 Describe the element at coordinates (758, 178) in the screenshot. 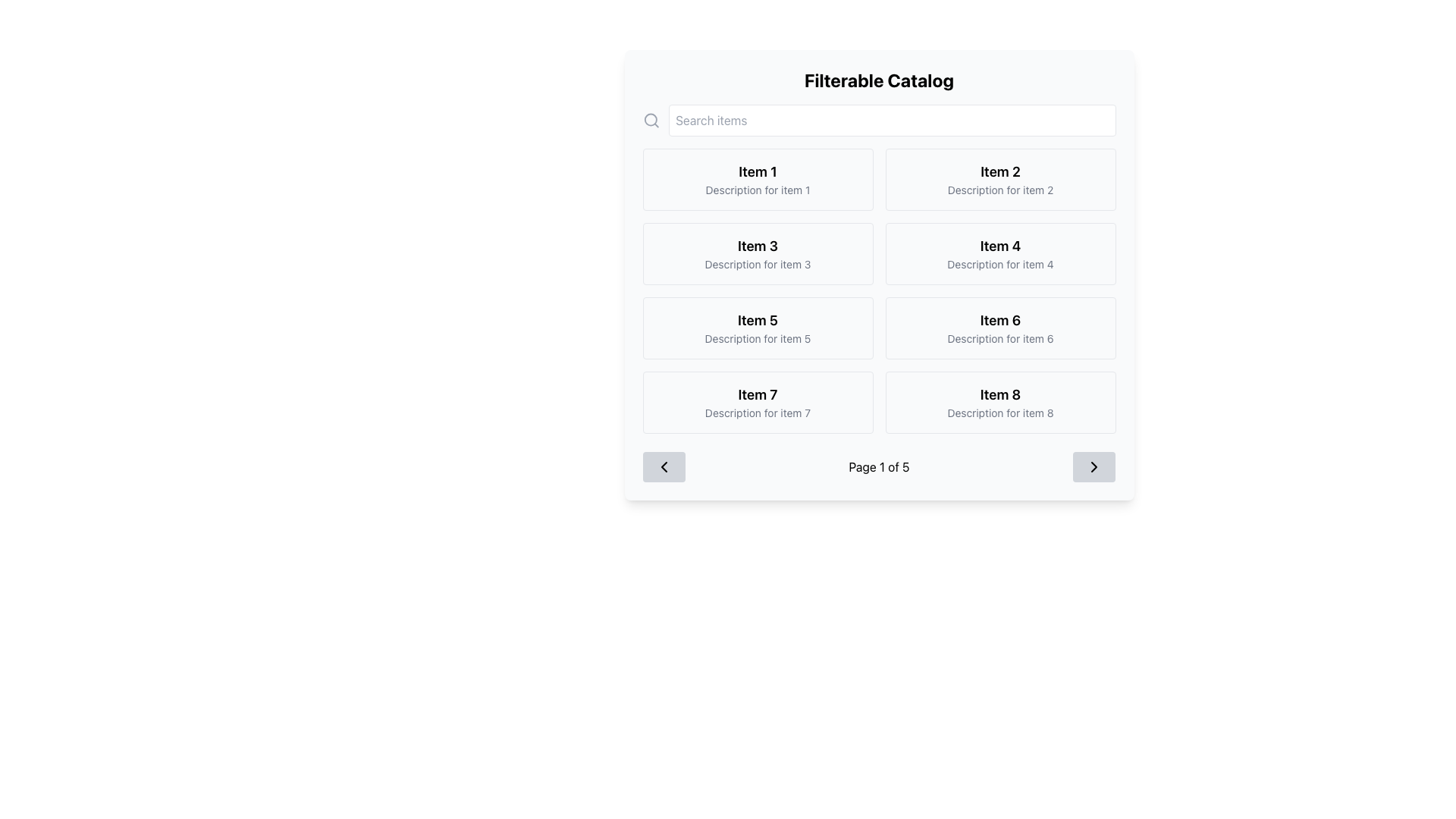

I see `the first card in the grid layout displaying 'Item 1' and its description, located under the 'Filterable Catalog' section` at that location.